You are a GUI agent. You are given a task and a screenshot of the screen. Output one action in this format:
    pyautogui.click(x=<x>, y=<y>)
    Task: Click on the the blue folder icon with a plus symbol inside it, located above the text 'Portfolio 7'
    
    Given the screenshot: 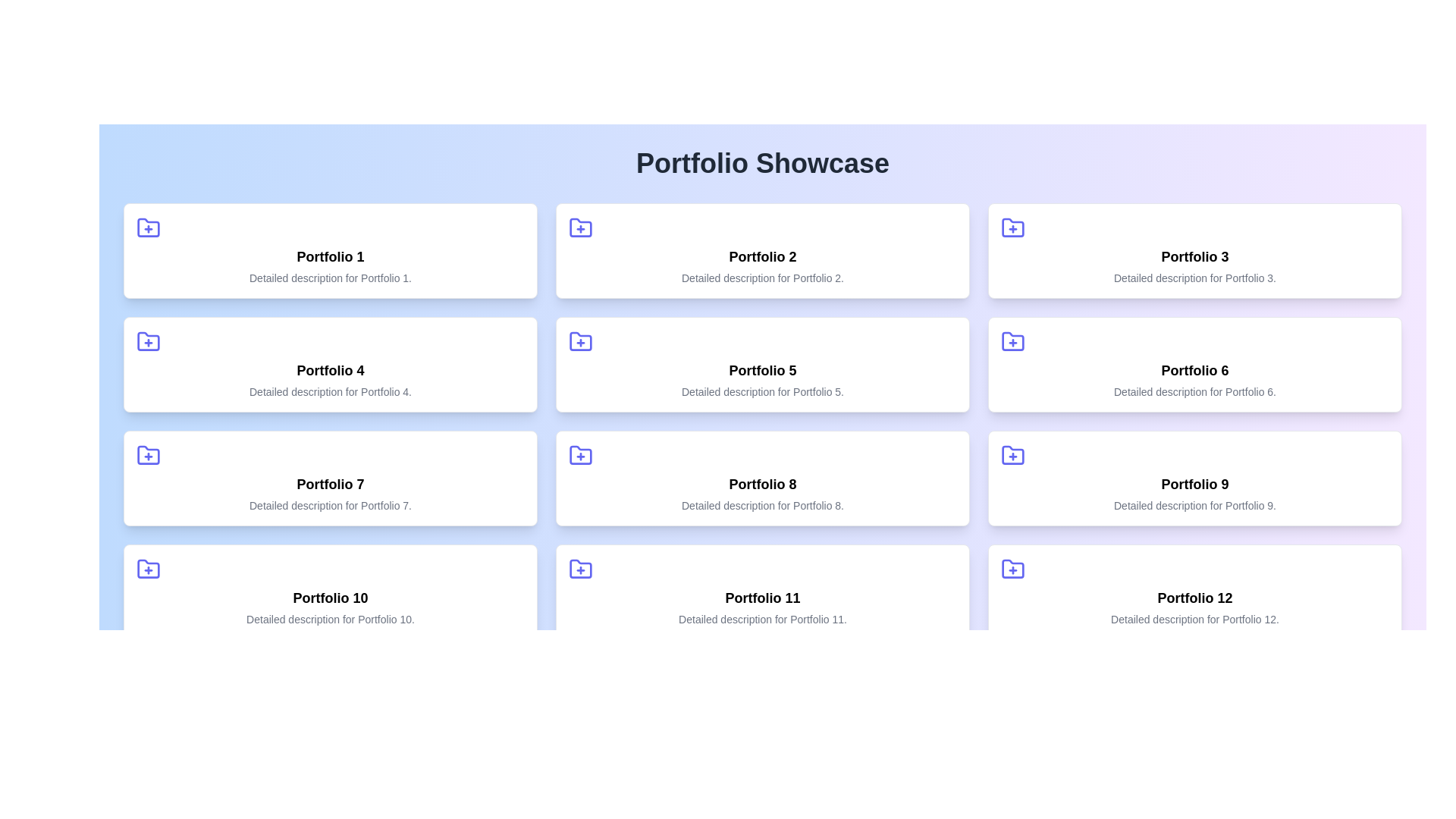 What is the action you would take?
    pyautogui.click(x=149, y=455)
    